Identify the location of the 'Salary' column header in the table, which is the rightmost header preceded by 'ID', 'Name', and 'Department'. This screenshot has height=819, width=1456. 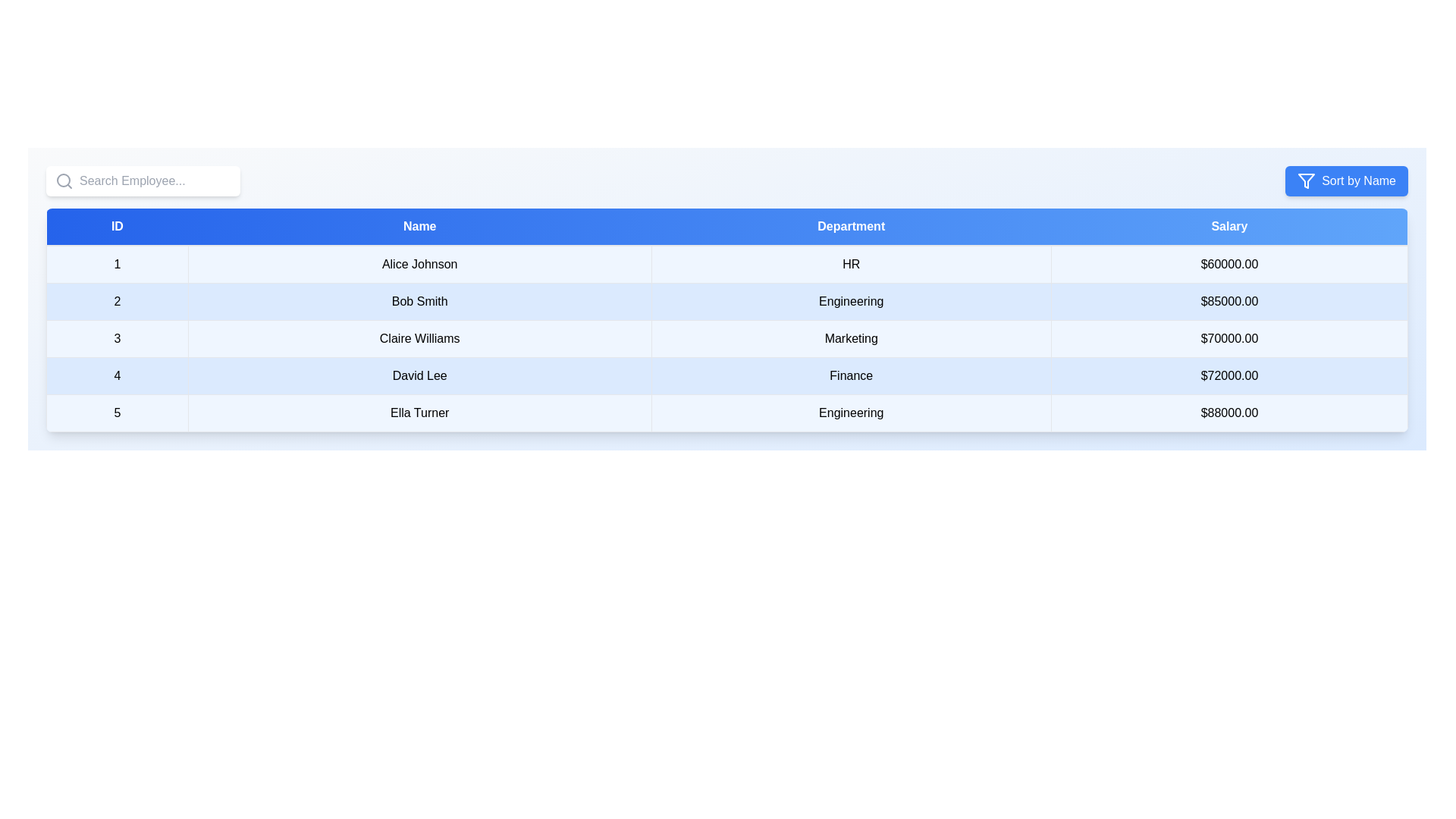
(1229, 227).